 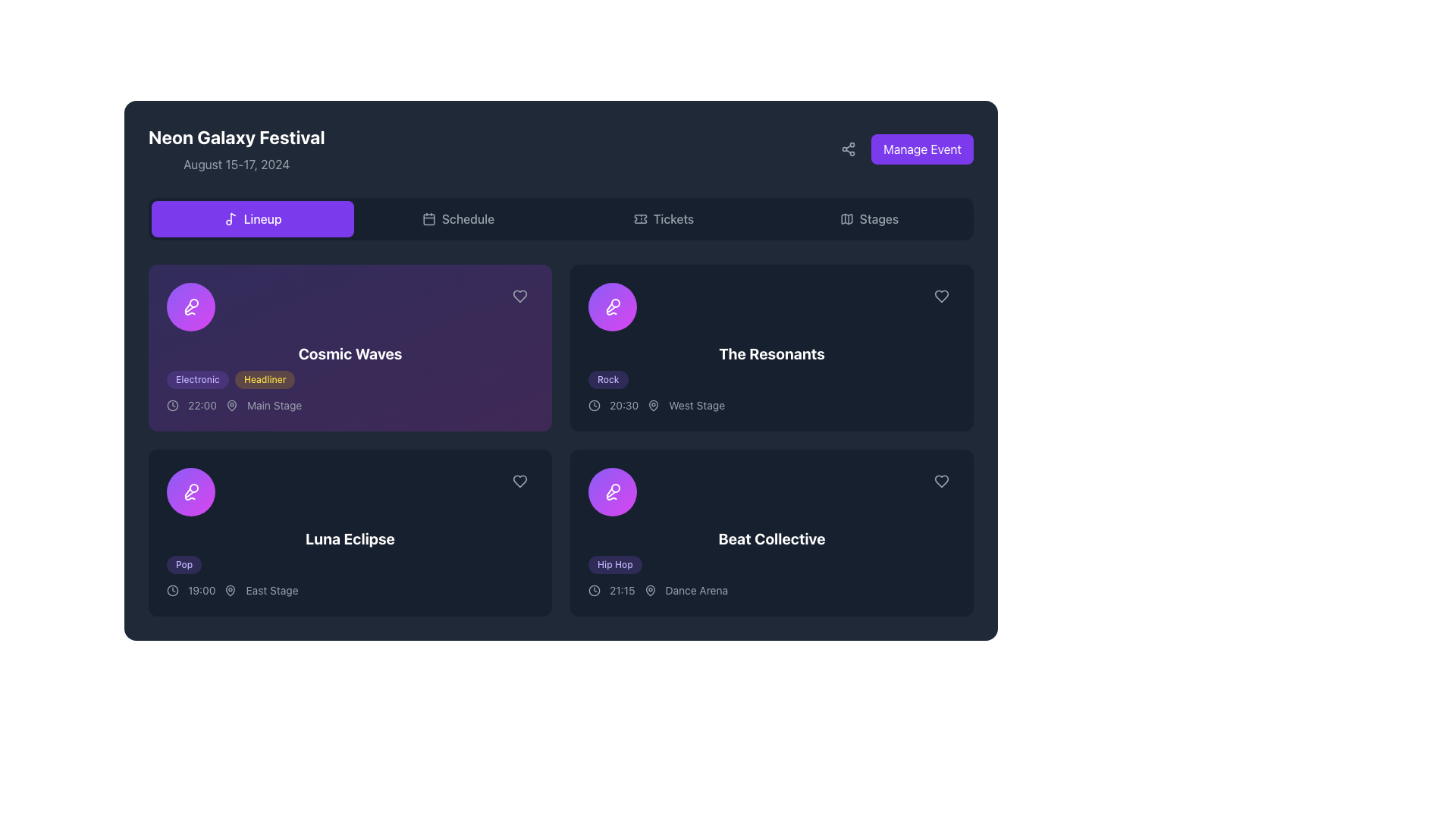 I want to click on text content displayed as '20:30' in light gray on a dark background, located on the event card for 'The Resonants', positioned to the left of the stage label 'West Stage', so click(x=624, y=405).